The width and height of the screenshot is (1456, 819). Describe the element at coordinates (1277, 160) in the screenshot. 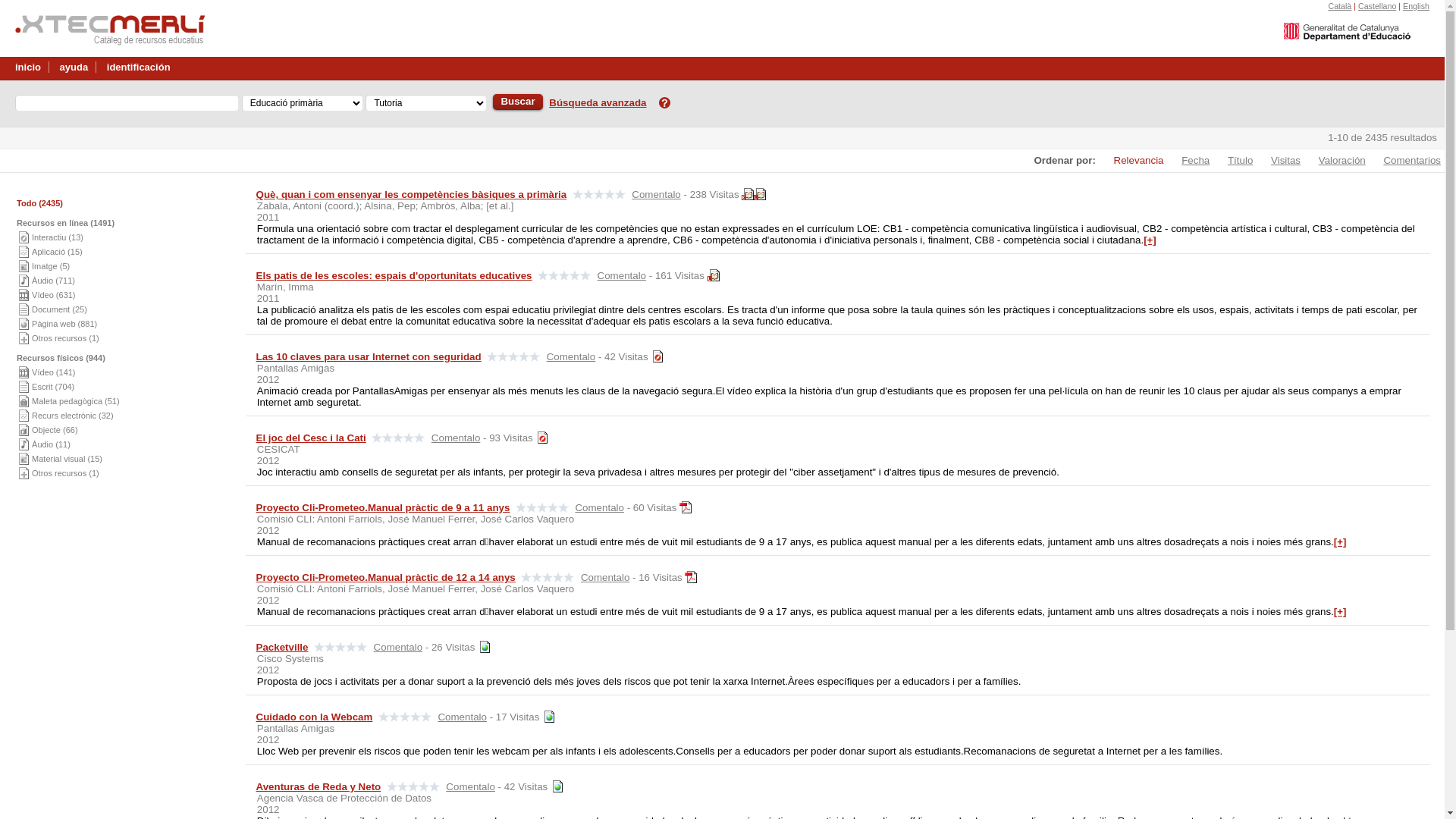

I see `'Visitas'` at that location.